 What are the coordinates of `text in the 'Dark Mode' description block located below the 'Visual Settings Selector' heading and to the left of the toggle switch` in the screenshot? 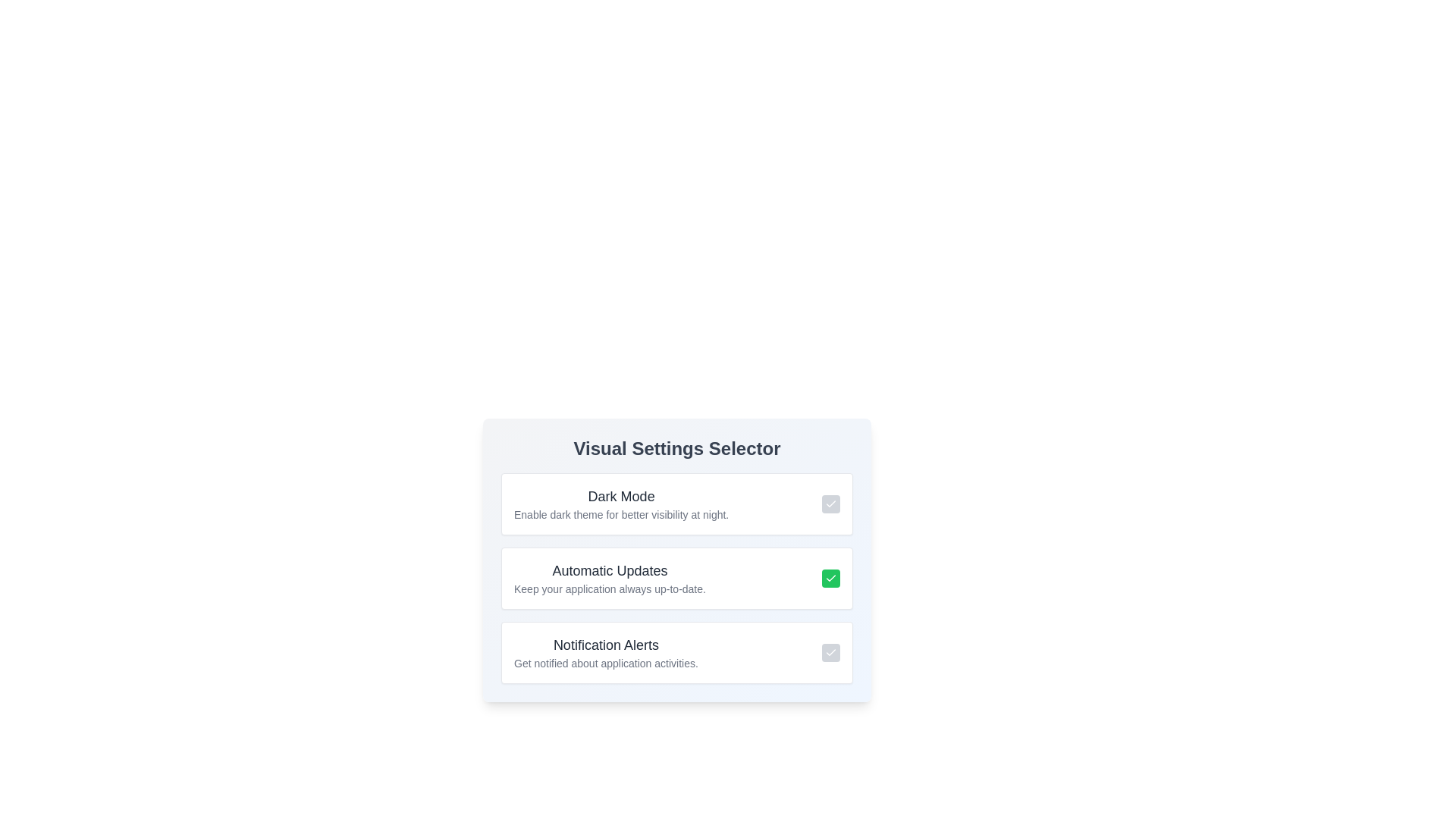 It's located at (621, 504).